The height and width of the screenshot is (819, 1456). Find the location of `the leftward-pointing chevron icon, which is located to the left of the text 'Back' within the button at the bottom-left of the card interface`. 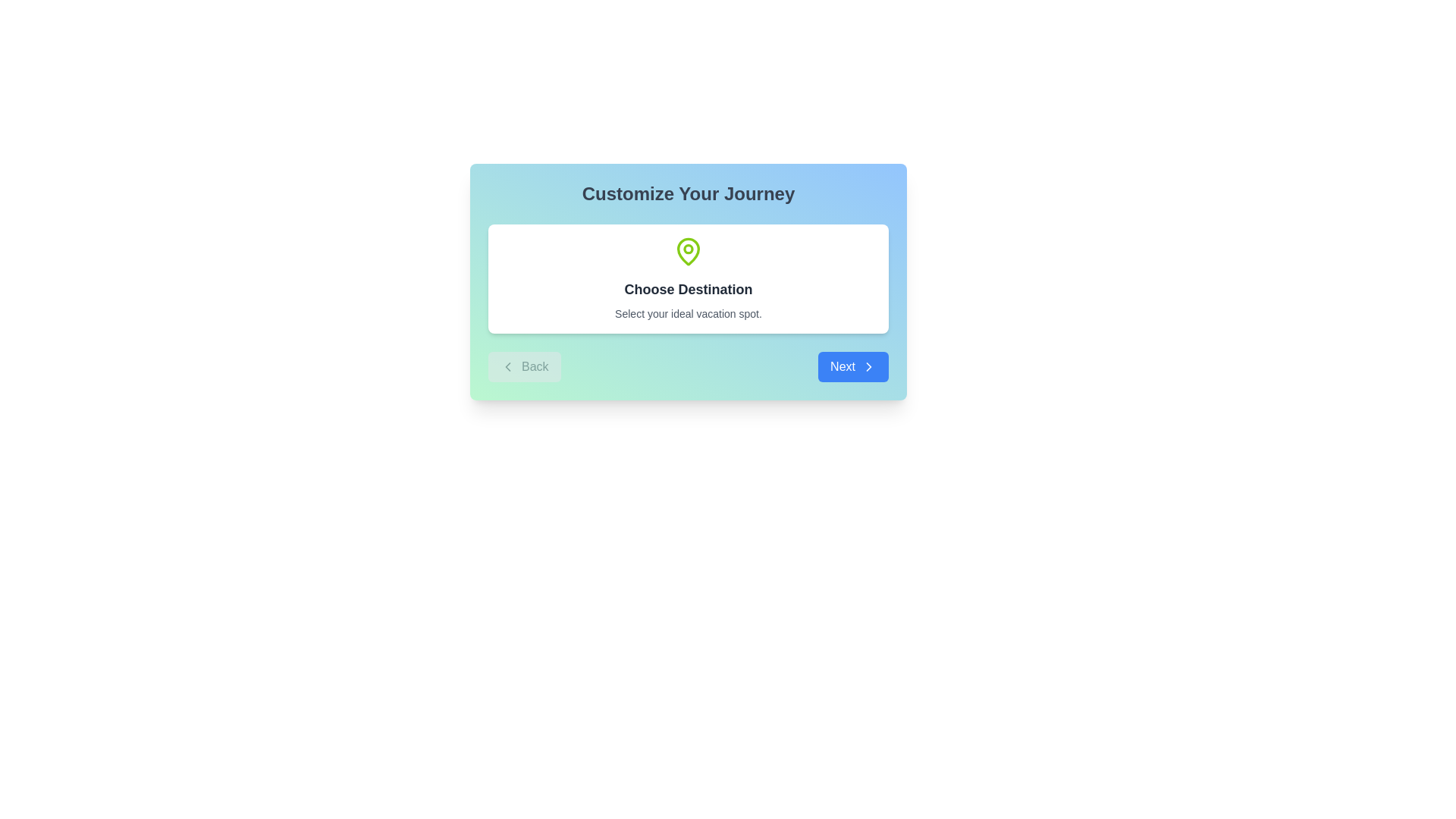

the leftward-pointing chevron icon, which is located to the left of the text 'Back' within the button at the bottom-left of the card interface is located at coordinates (508, 366).